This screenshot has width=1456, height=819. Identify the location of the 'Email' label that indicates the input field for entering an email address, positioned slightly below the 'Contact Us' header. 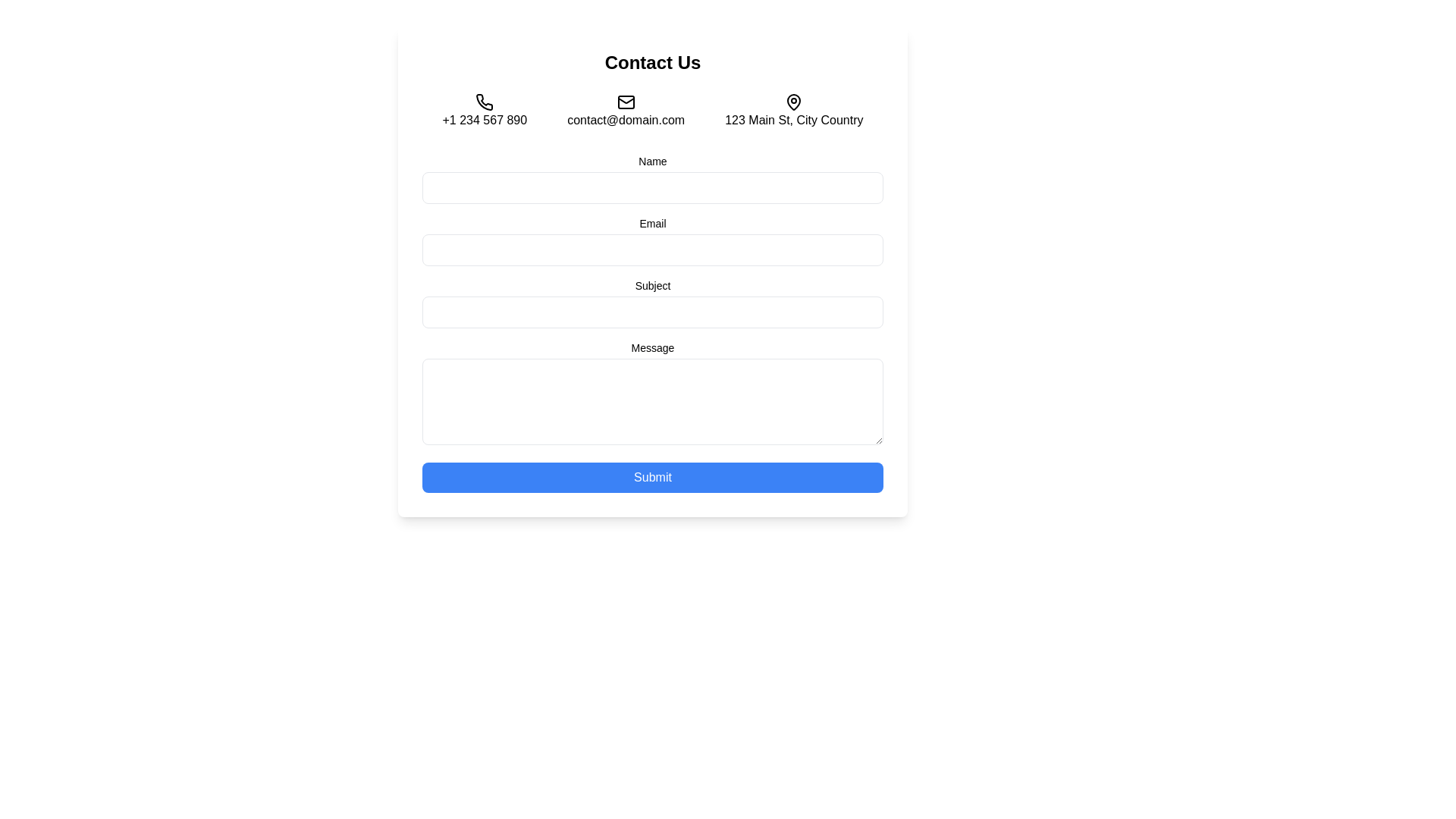
(652, 223).